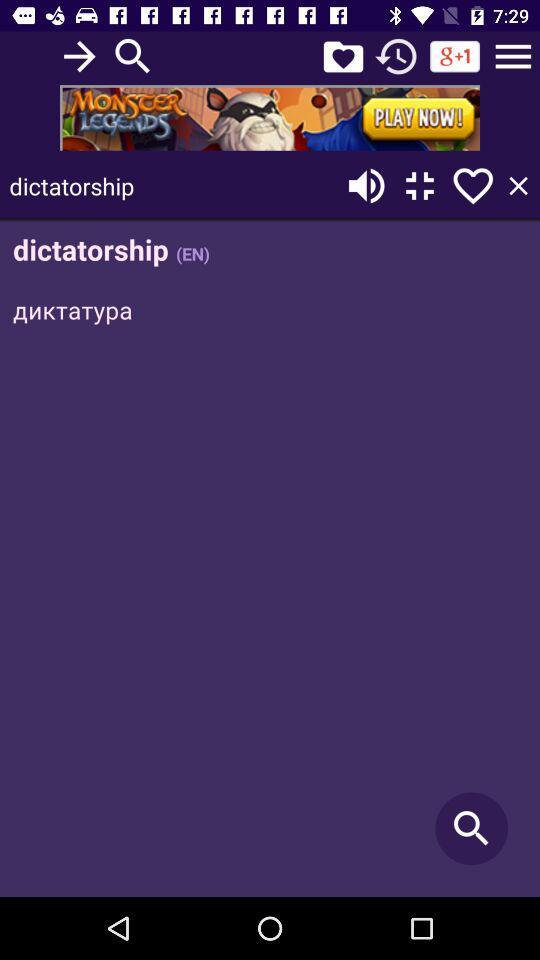 The width and height of the screenshot is (540, 960). What do you see at coordinates (365, 185) in the screenshot?
I see `for volume` at bounding box center [365, 185].